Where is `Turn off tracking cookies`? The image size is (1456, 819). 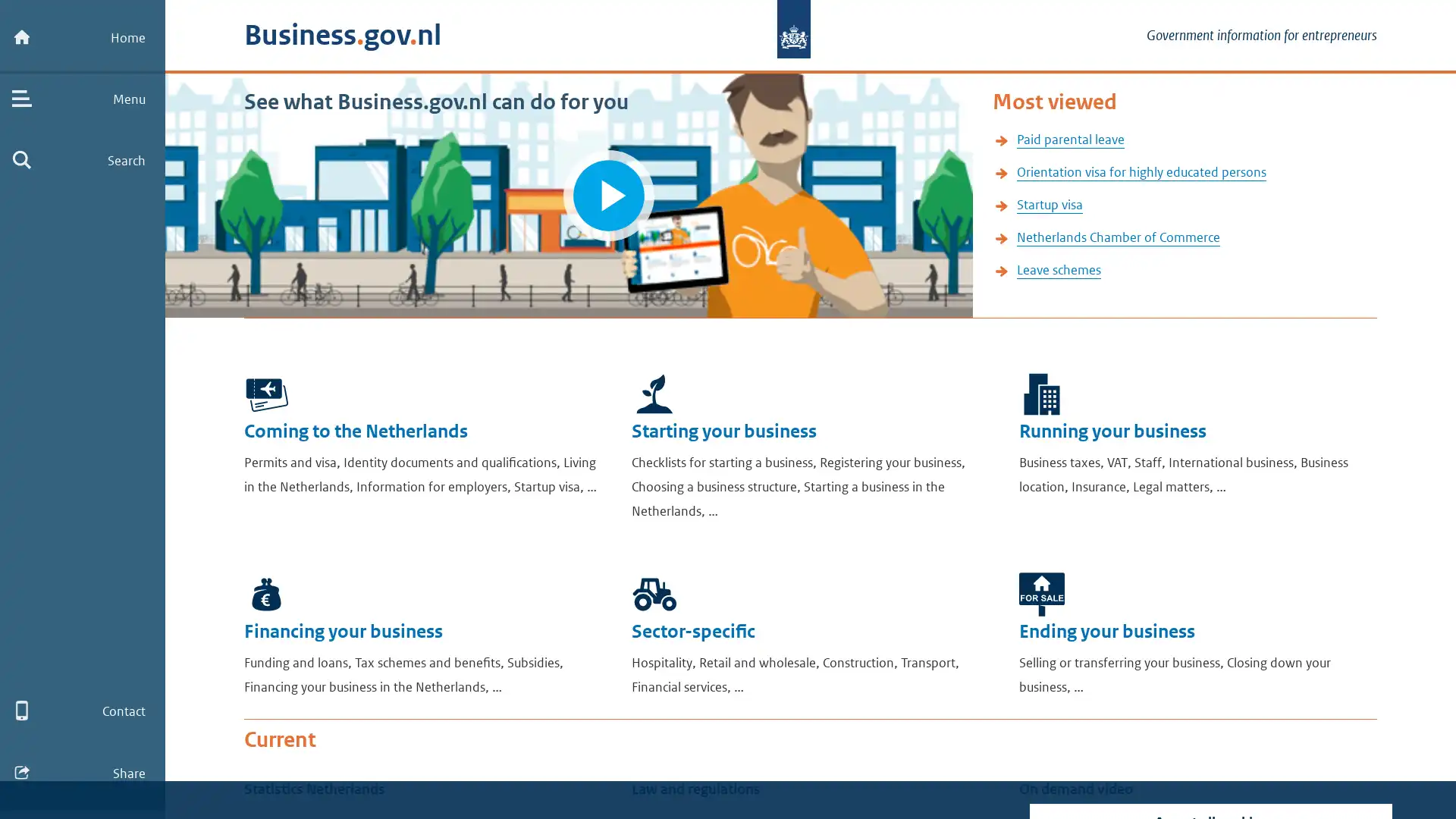 Turn off tracking cookies is located at coordinates (1210, 769).